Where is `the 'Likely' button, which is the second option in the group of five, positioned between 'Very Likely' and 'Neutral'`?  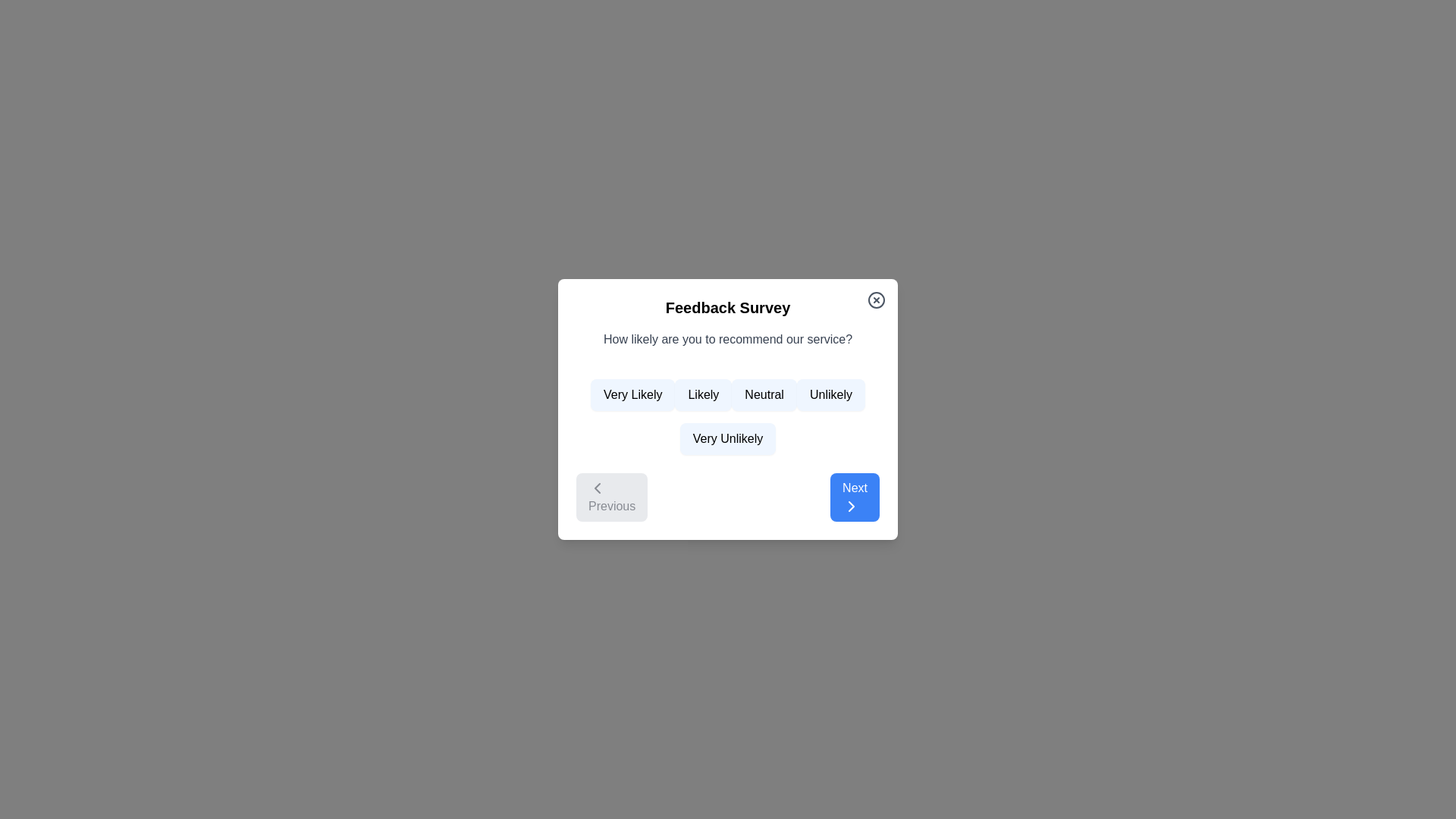 the 'Likely' button, which is the second option in the group of five, positioned between 'Very Likely' and 'Neutral' is located at coordinates (702, 394).